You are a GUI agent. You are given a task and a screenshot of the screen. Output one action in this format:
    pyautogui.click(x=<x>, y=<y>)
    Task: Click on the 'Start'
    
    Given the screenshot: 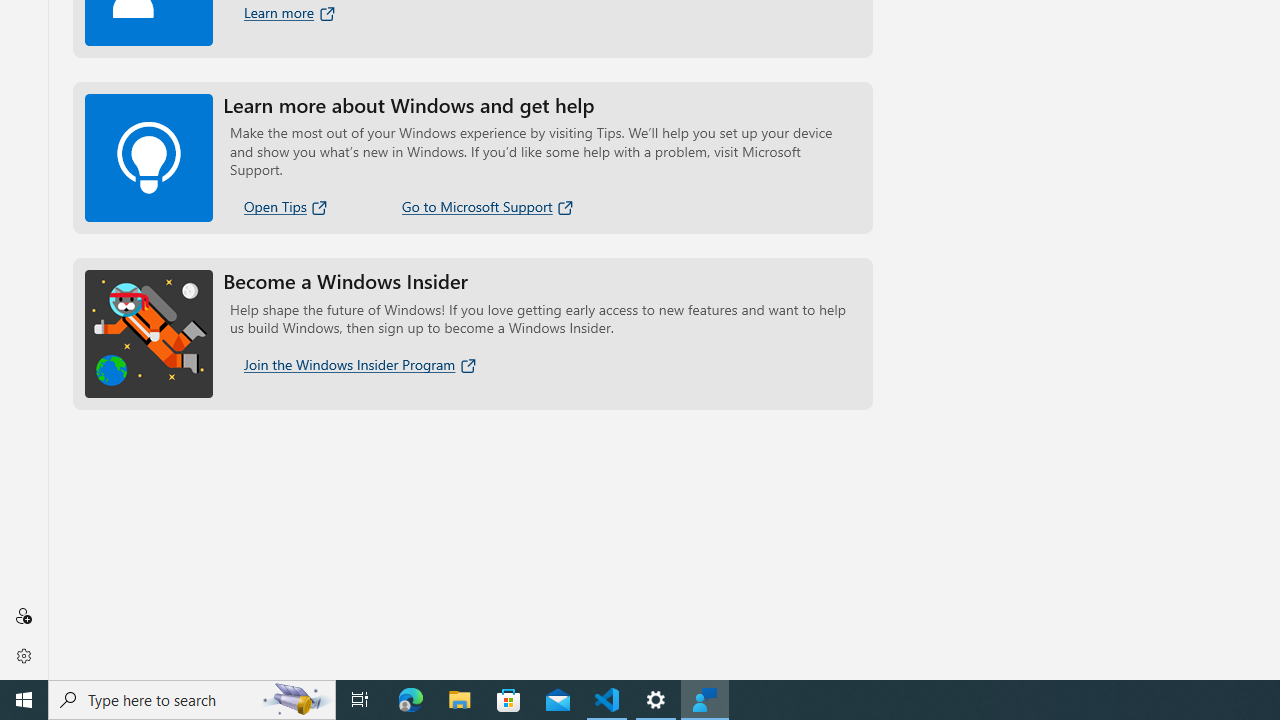 What is the action you would take?
    pyautogui.click(x=24, y=698)
    